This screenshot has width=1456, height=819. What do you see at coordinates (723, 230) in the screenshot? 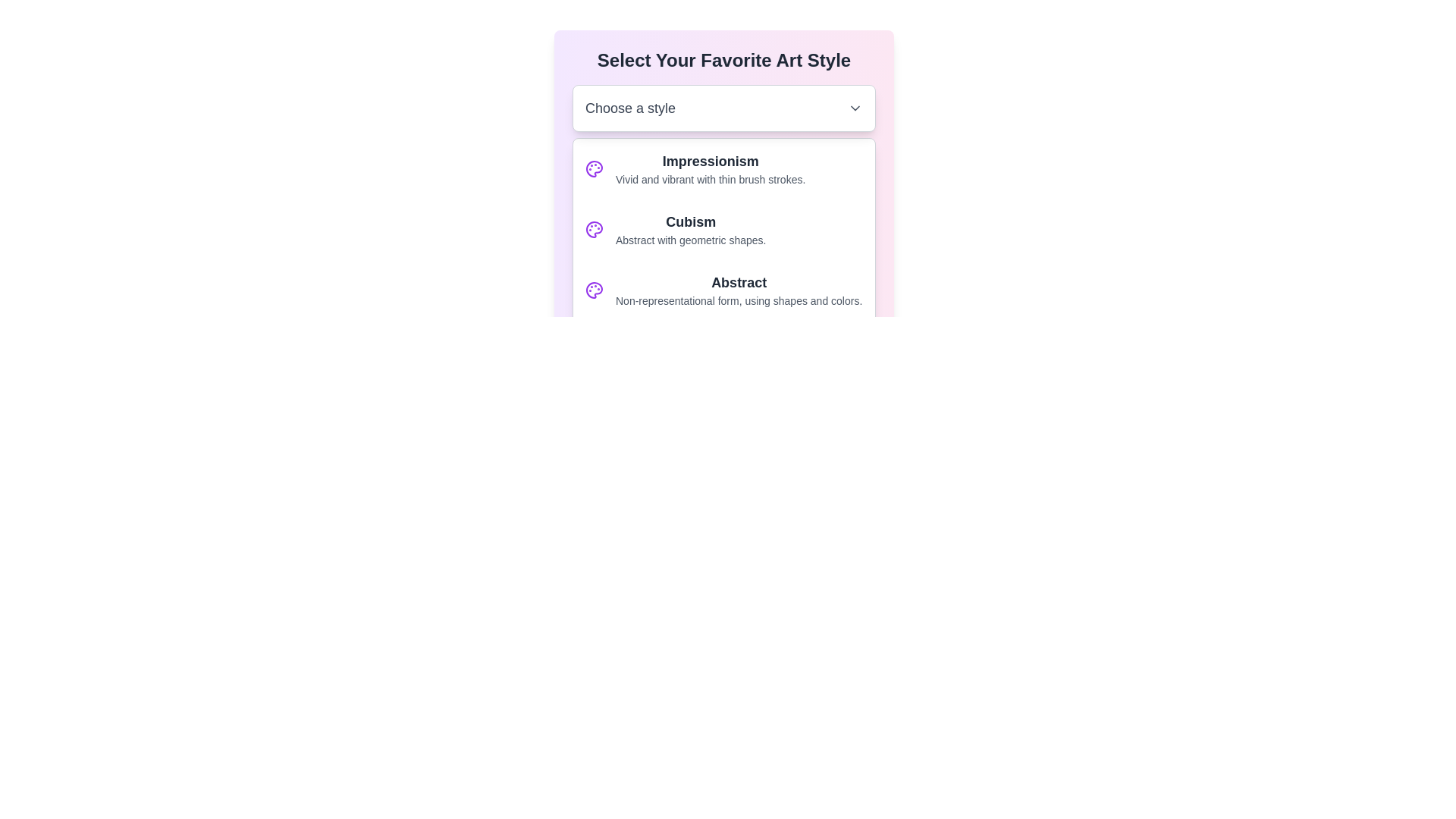
I see `the list item labeled 'Cubism' which is the second item under 'Select Your Favorite Art Style'` at bounding box center [723, 230].